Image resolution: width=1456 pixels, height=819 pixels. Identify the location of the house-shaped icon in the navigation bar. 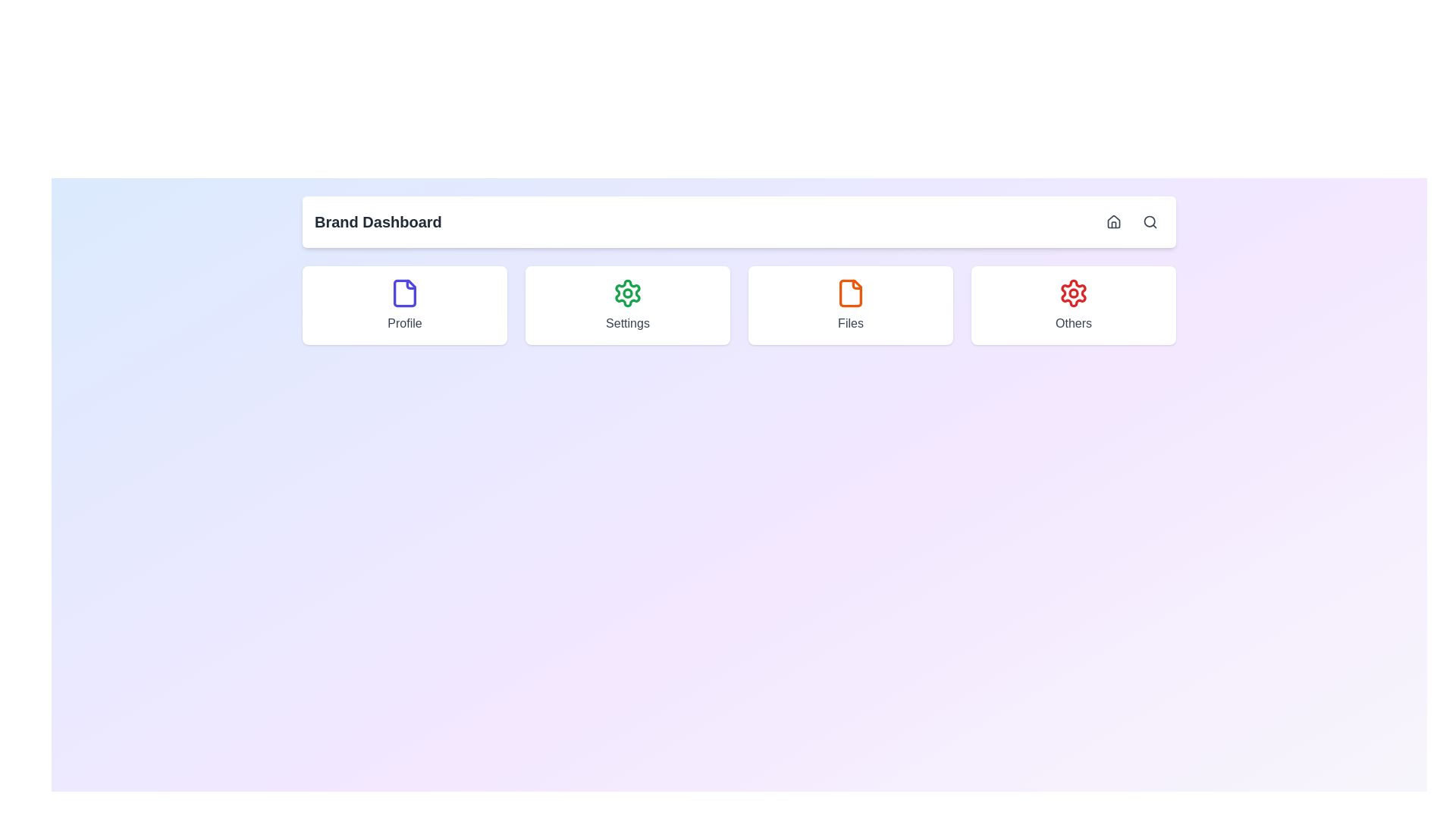
(1113, 221).